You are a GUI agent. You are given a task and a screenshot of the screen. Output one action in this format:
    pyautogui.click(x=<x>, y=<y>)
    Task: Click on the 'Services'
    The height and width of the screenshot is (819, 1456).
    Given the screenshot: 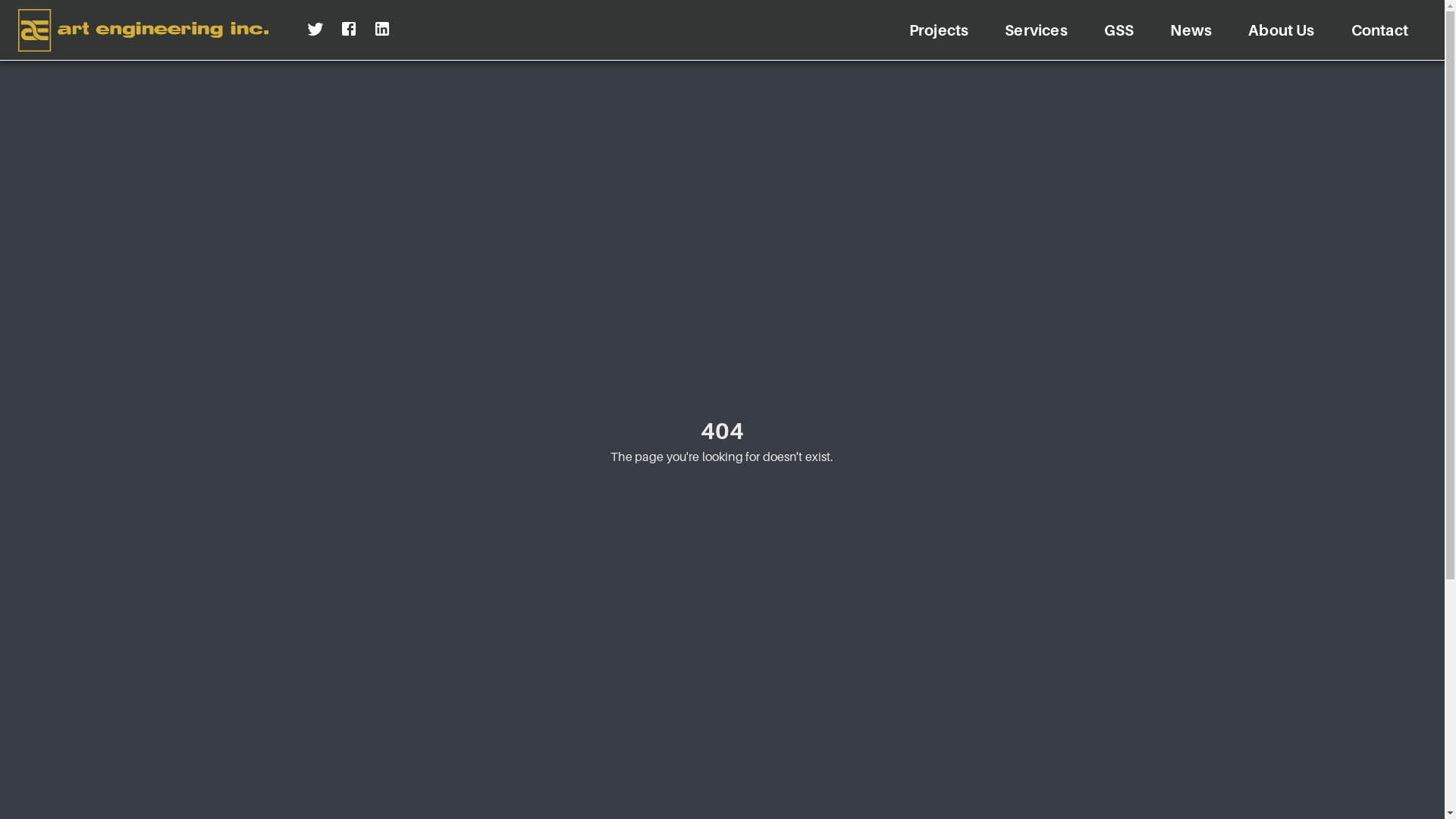 What is the action you would take?
    pyautogui.click(x=1035, y=30)
    